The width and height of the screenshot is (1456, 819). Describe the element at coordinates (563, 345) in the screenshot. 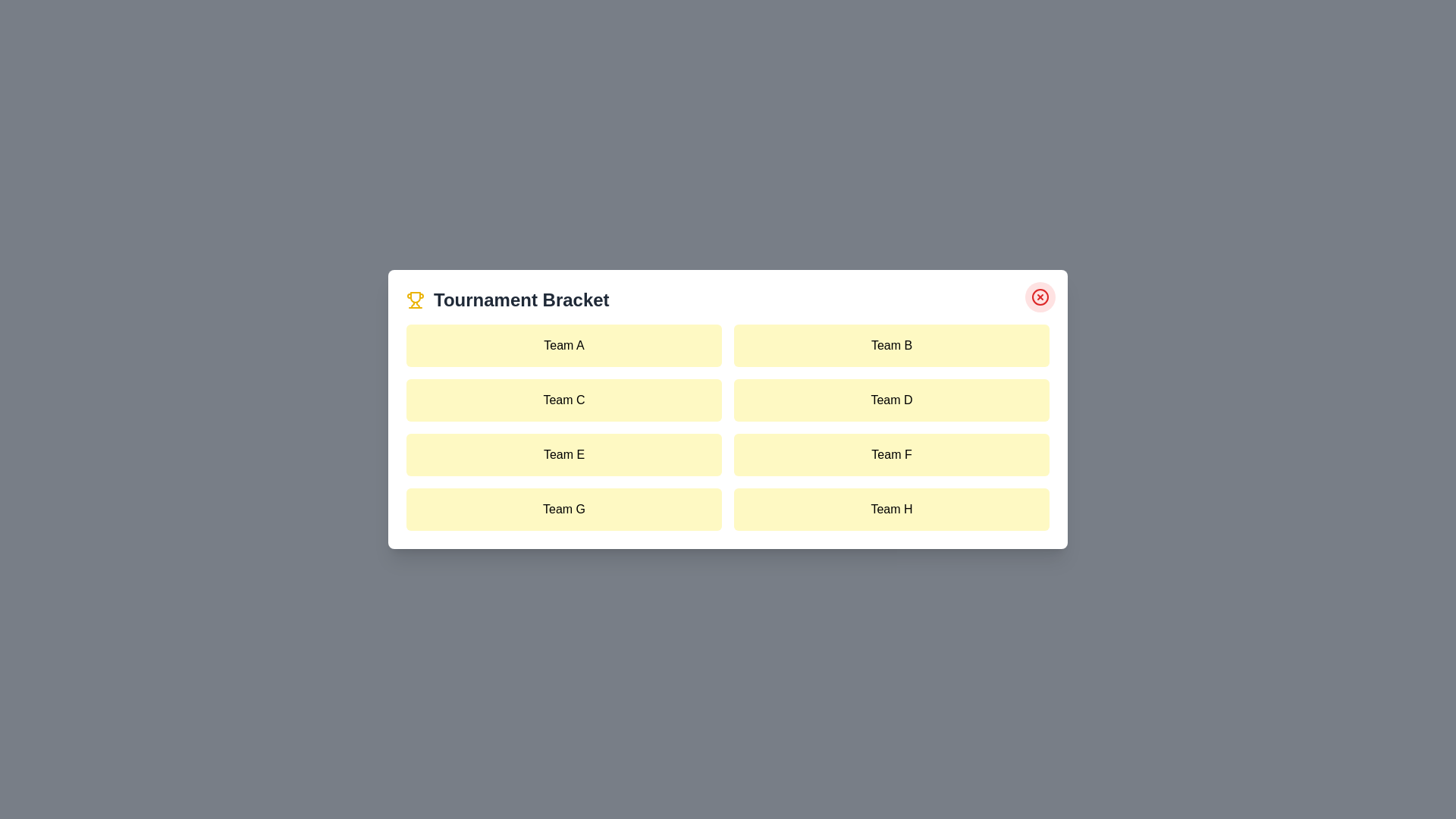

I see `the team item labeled Team A` at that location.